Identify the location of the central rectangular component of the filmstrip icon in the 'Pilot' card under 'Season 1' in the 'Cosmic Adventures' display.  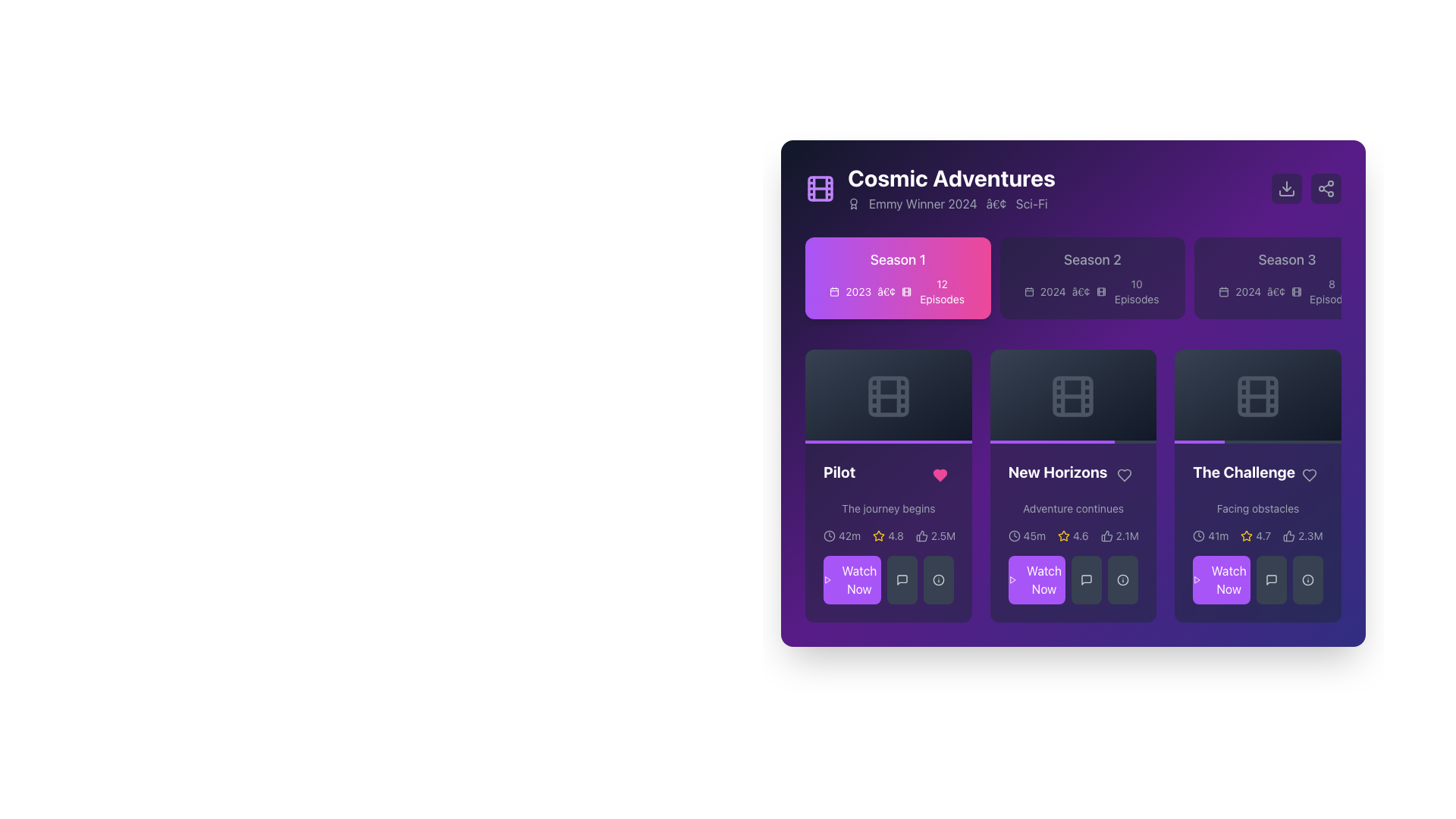
(888, 395).